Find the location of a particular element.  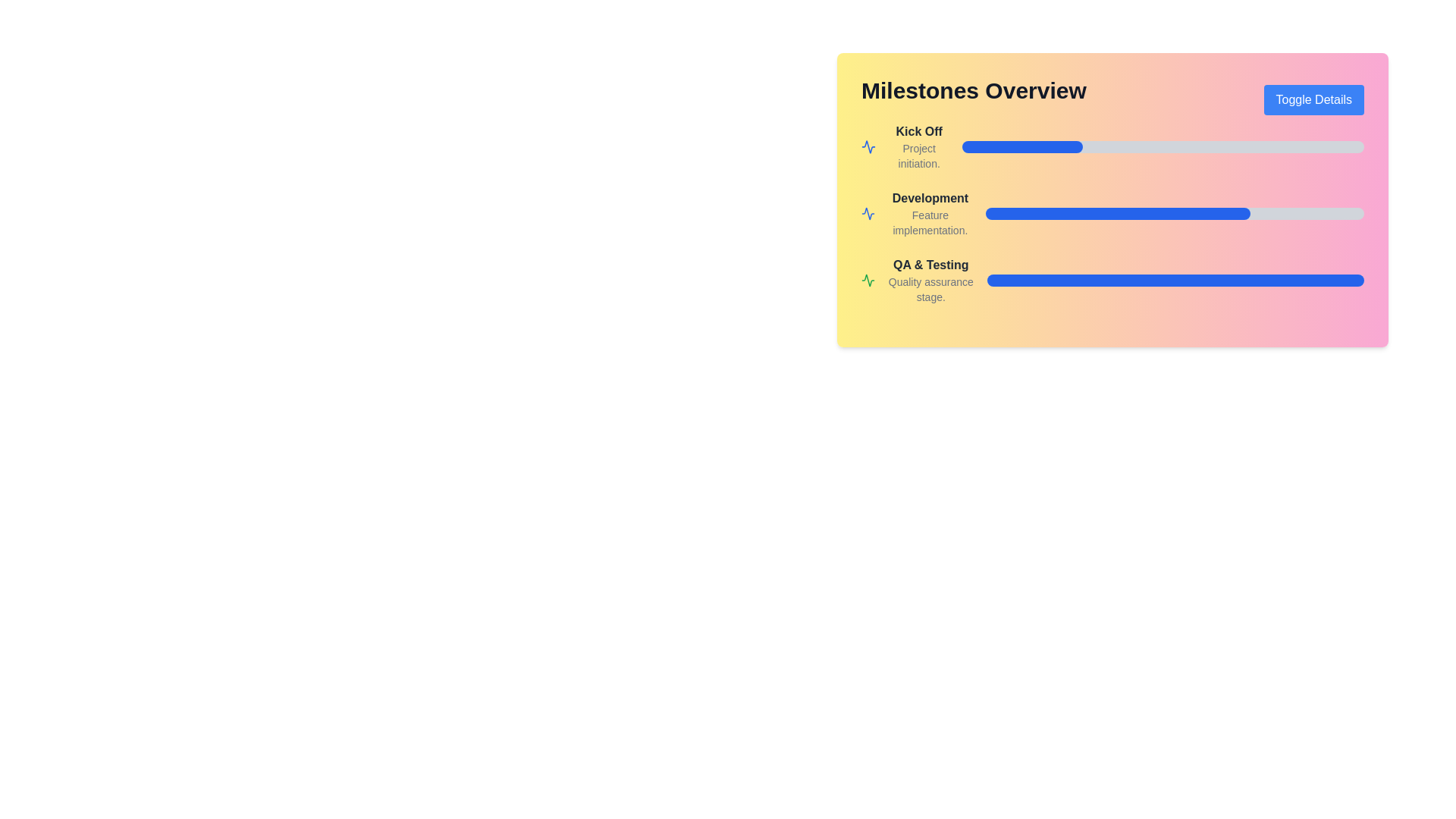

the descriptive Text label located below the 'Development' title in the 'Milestones Overview' section is located at coordinates (929, 222).